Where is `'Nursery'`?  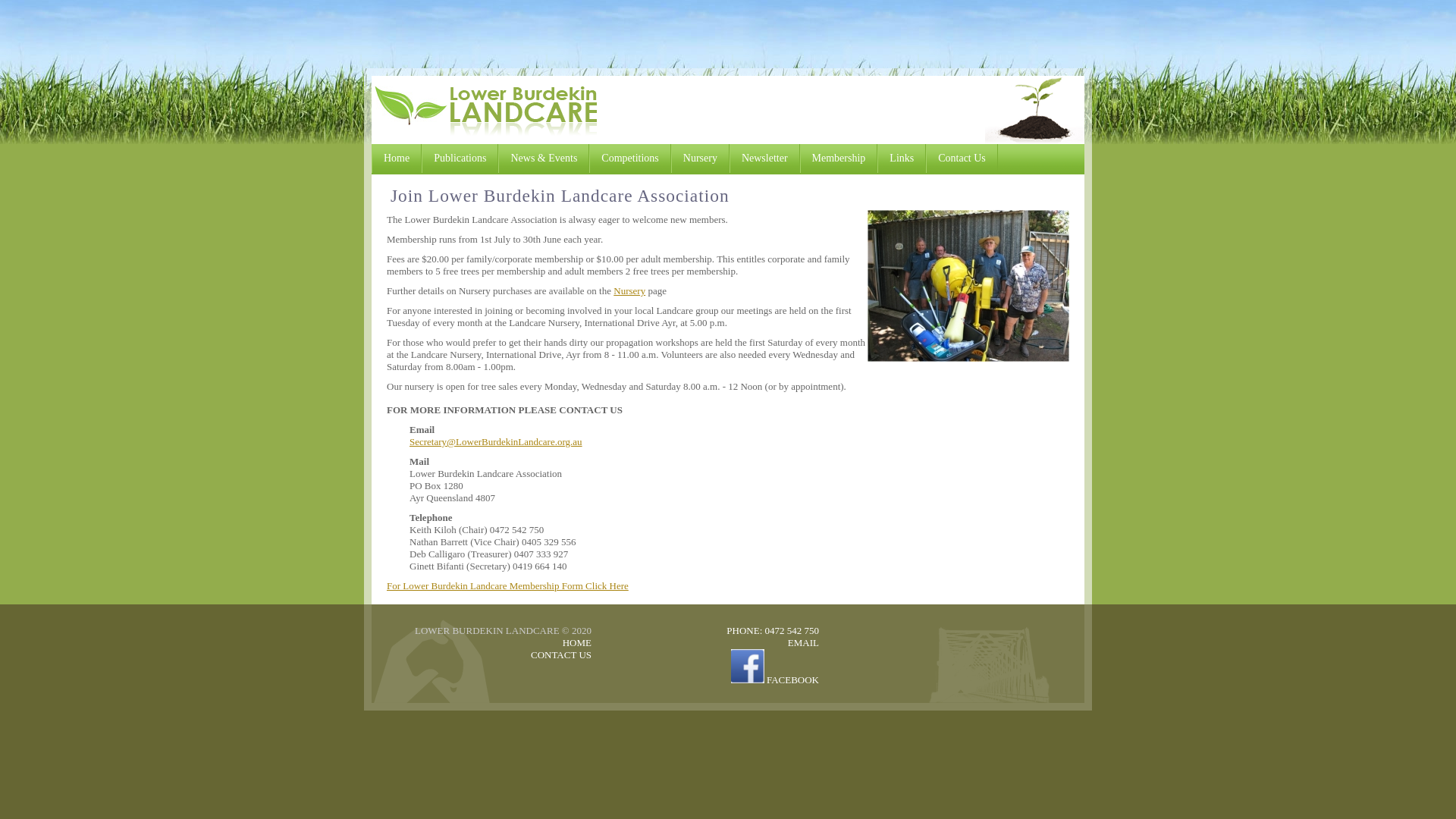 'Nursery' is located at coordinates (629, 290).